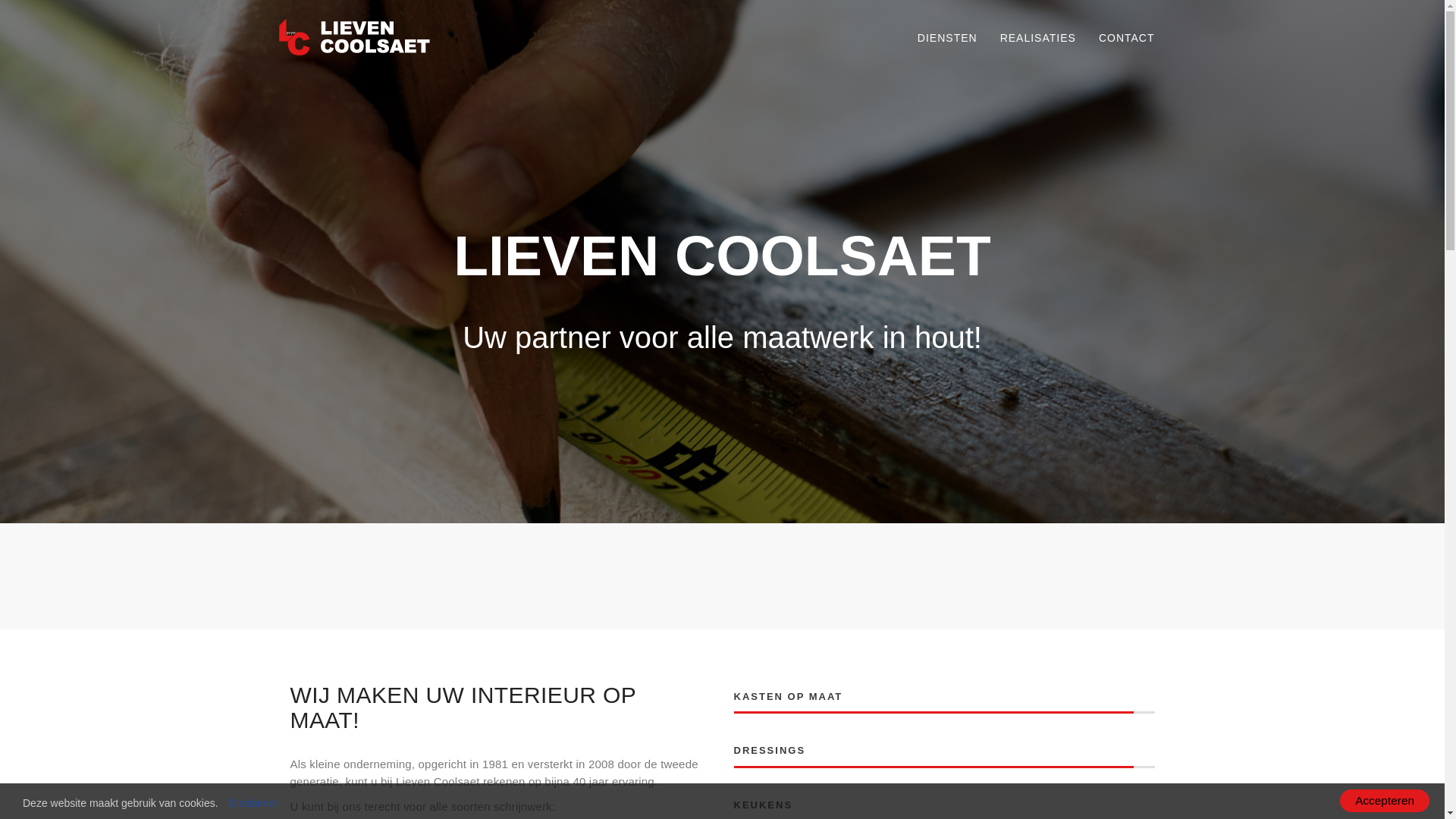 The width and height of the screenshot is (1456, 819). Describe the element at coordinates (253, 802) in the screenshot. I see `'Disclaimer'` at that location.